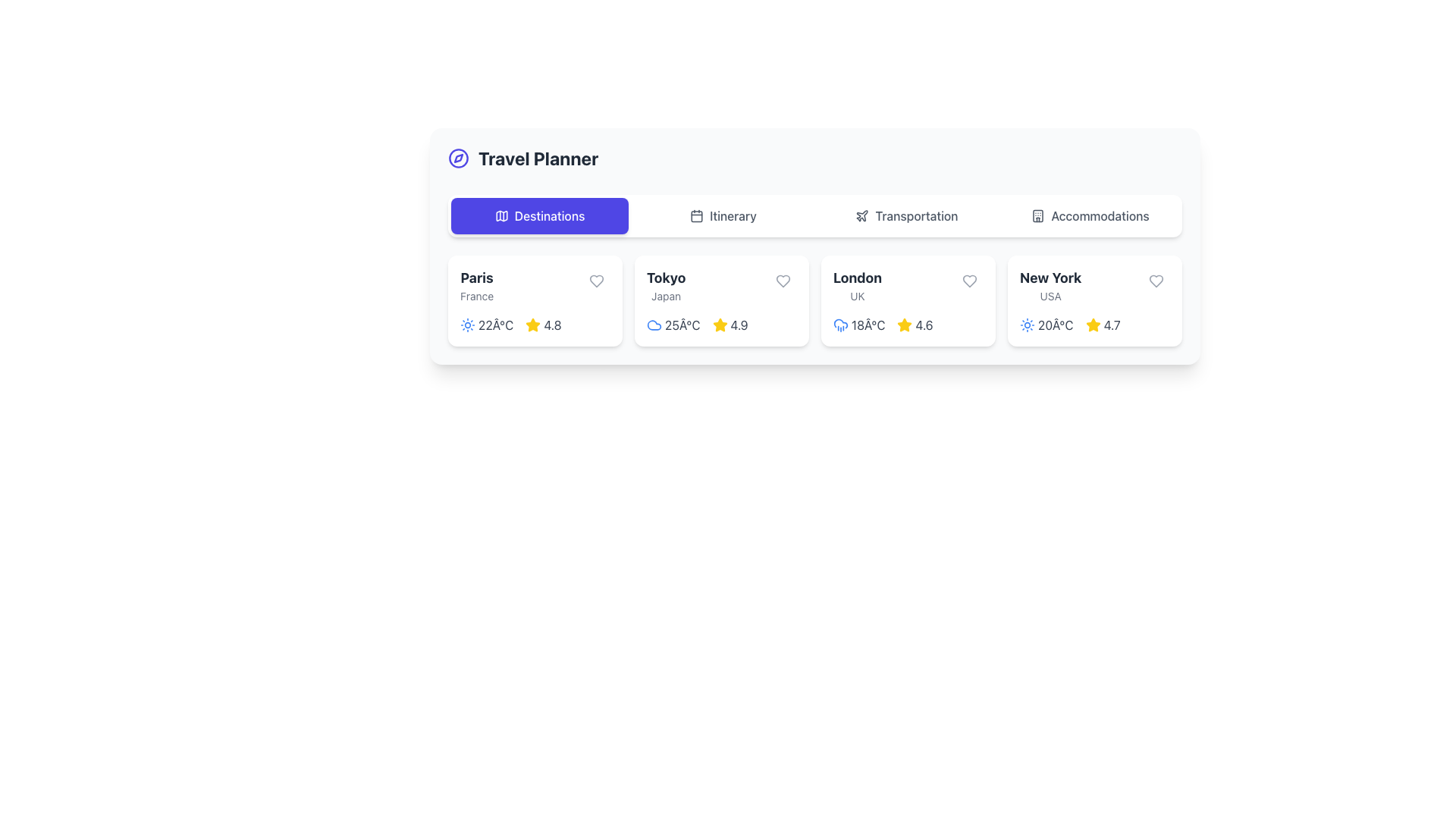 The width and height of the screenshot is (1456, 819). I want to click on the text 'Paris' which is styled in bold, large font and located at the top of the first card in the 'Destinations' section, so click(476, 278).